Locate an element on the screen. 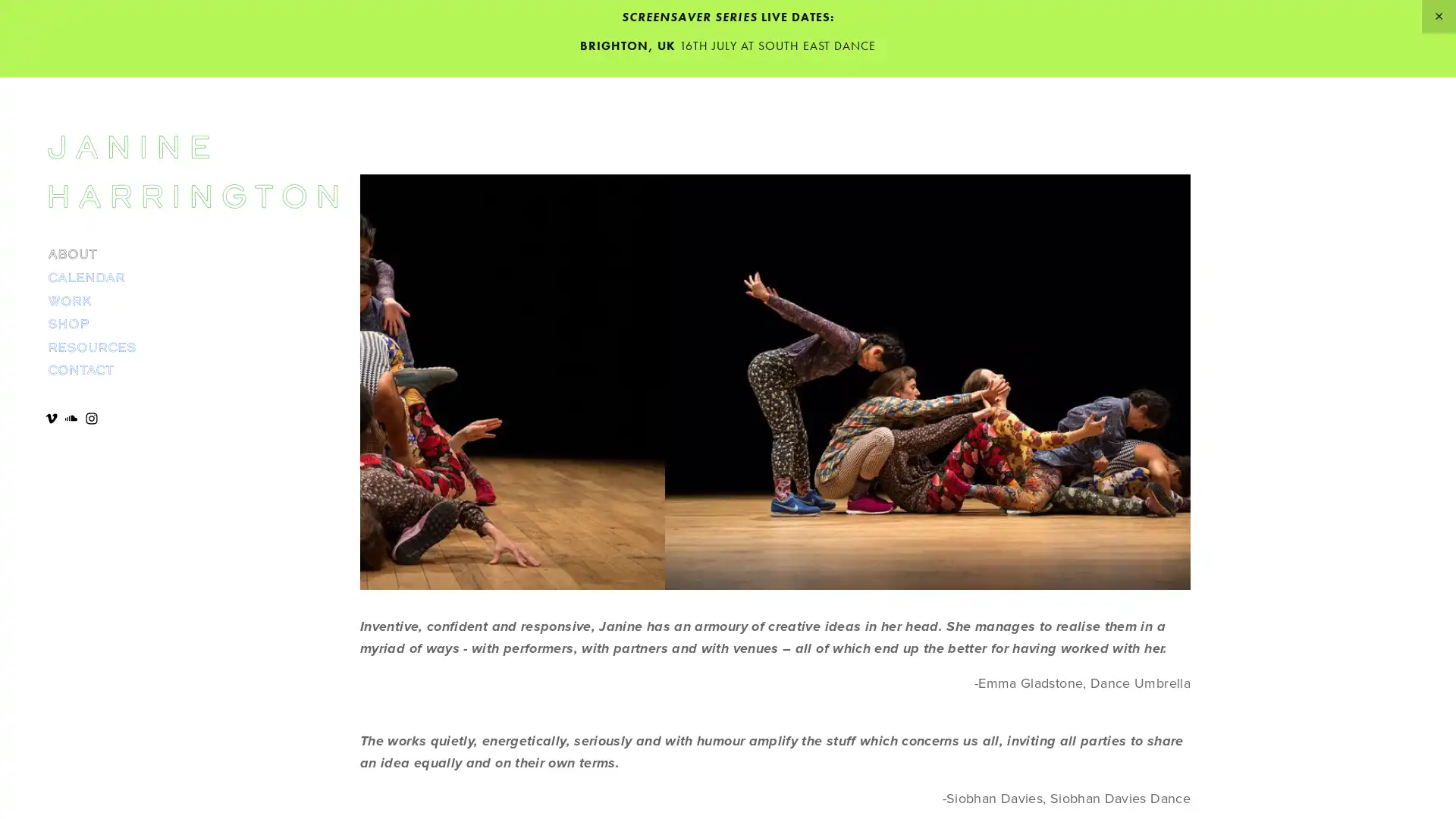 This screenshot has width=1456, height=819. SUBSCRIBE is located at coordinates (1283, 665).